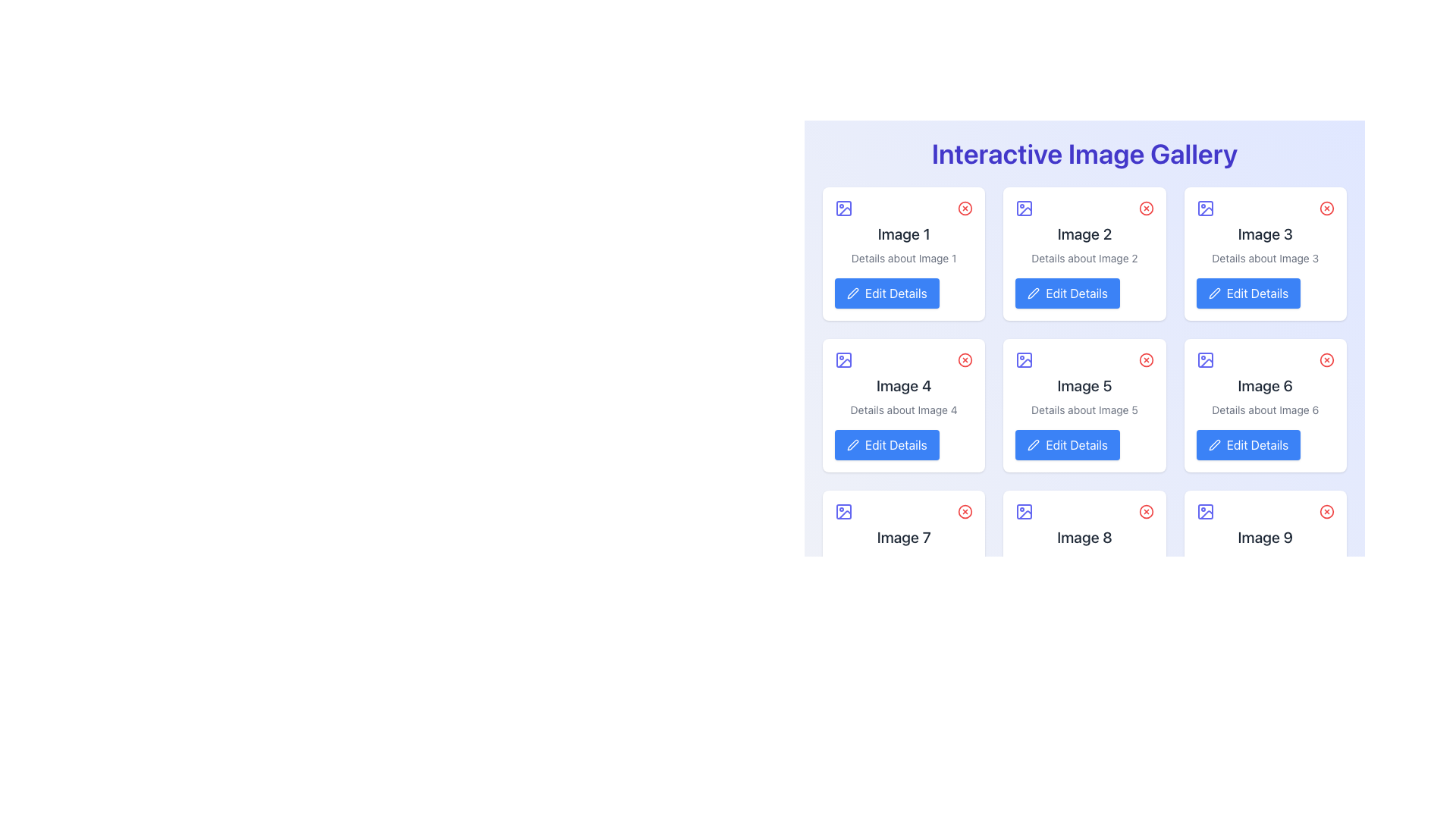 This screenshot has width=1456, height=819. I want to click on the image icon with a square outline and circular indicator located at the top-left corner of the card labeled 'Image 8' in the third row of the gallery grid, so click(1025, 512).